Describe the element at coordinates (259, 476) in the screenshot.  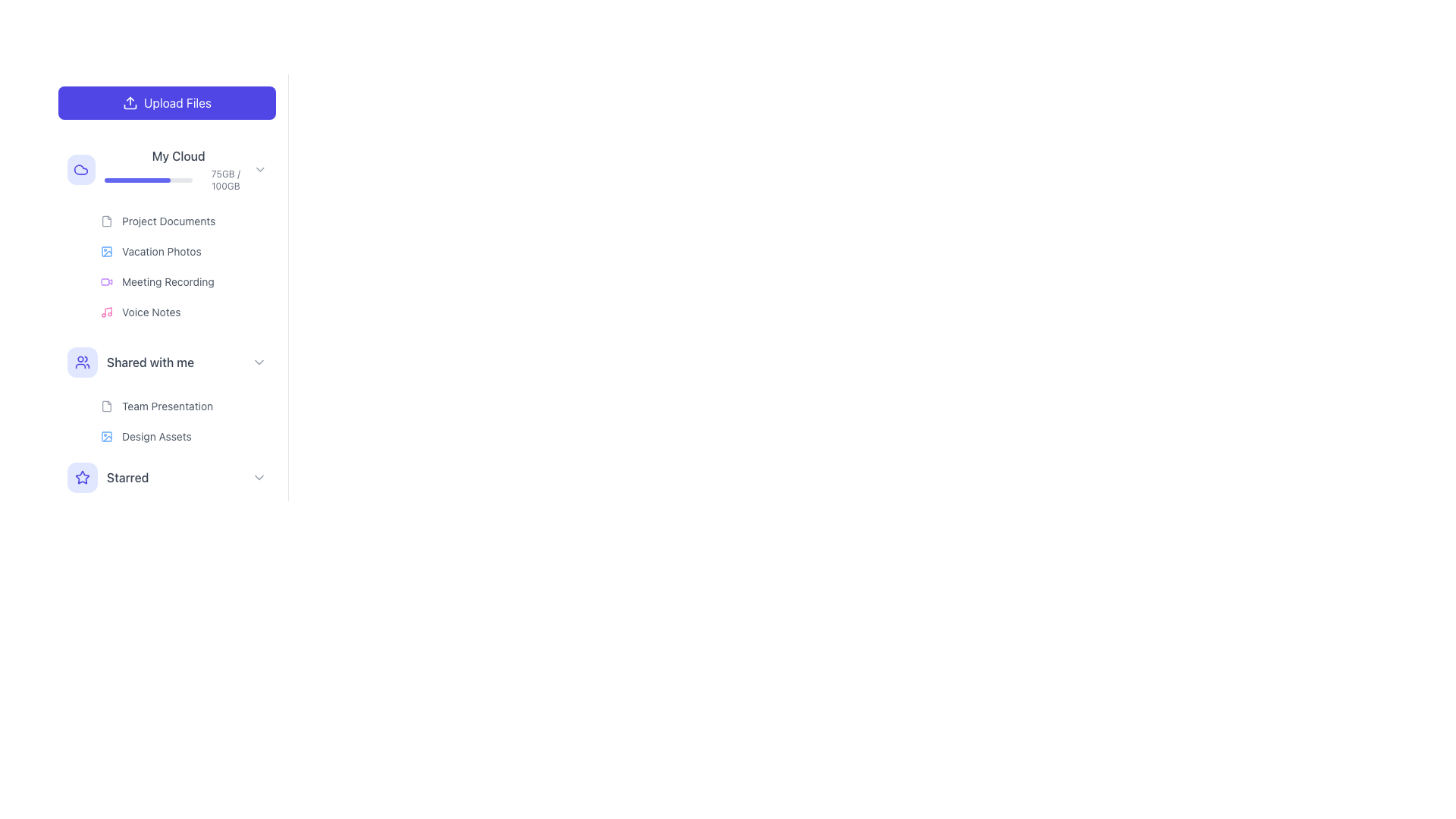
I see `the right-facing arrow icon, which is styled with a thin line design and located near the 'Starred' text` at that location.